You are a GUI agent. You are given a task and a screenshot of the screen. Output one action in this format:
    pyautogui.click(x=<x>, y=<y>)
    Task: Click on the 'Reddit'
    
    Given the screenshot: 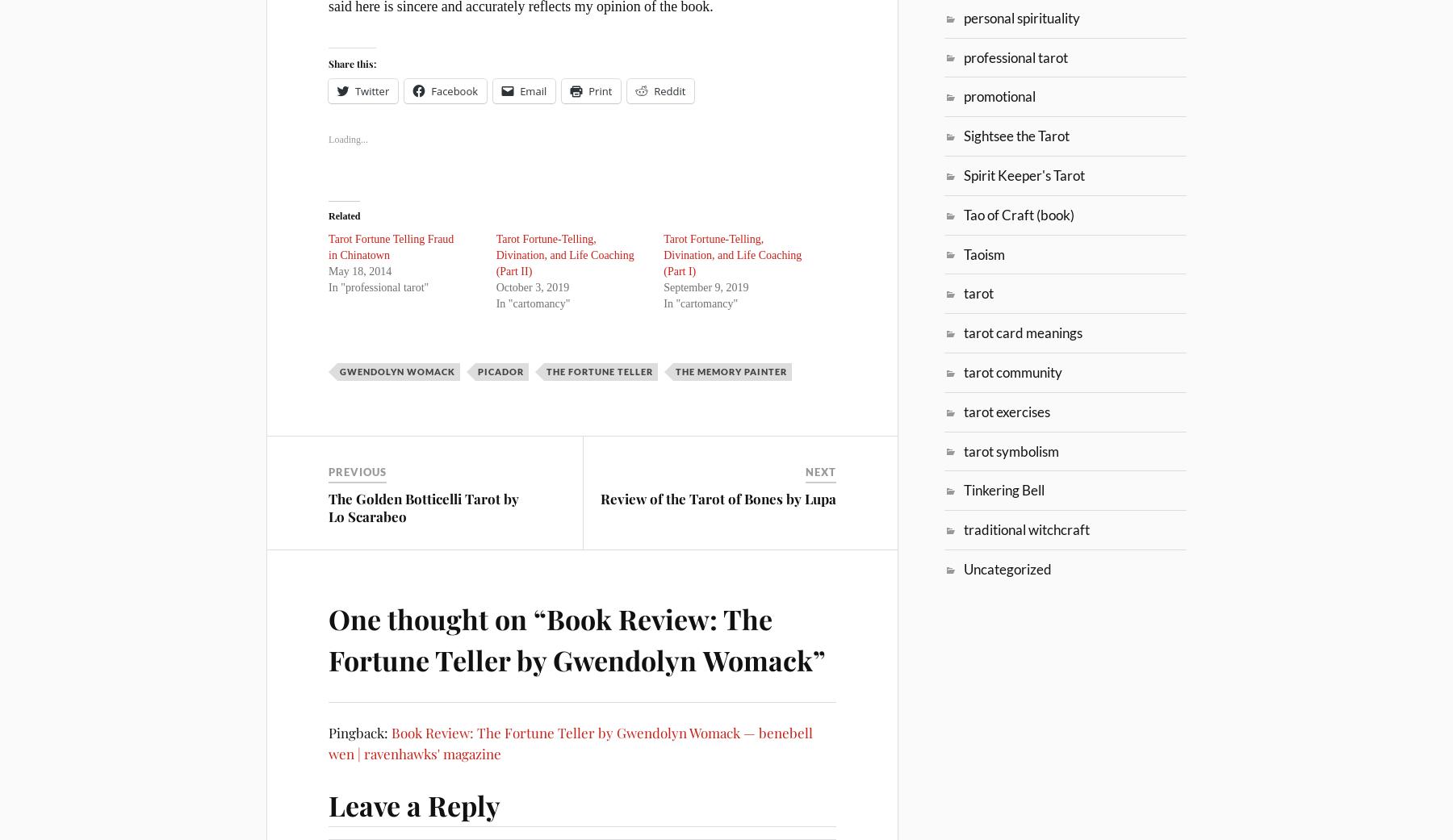 What is the action you would take?
    pyautogui.click(x=669, y=90)
    